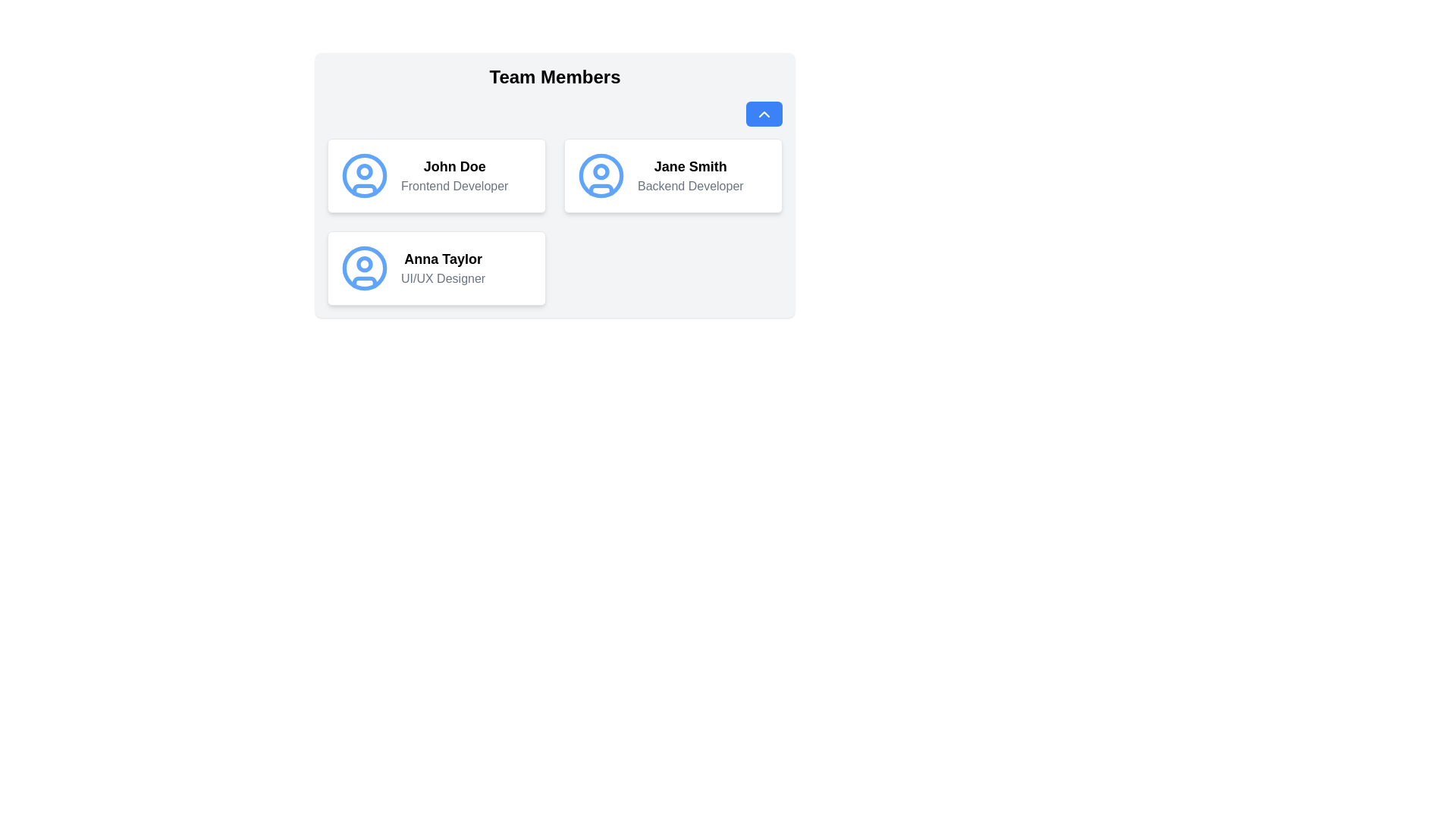  What do you see at coordinates (453, 166) in the screenshot?
I see `the Text label displaying 'John Doe' in bold style, located in the top-left section of a group of cards, above the text 'Frontend Developer' and to the right of an avatar icon` at bounding box center [453, 166].